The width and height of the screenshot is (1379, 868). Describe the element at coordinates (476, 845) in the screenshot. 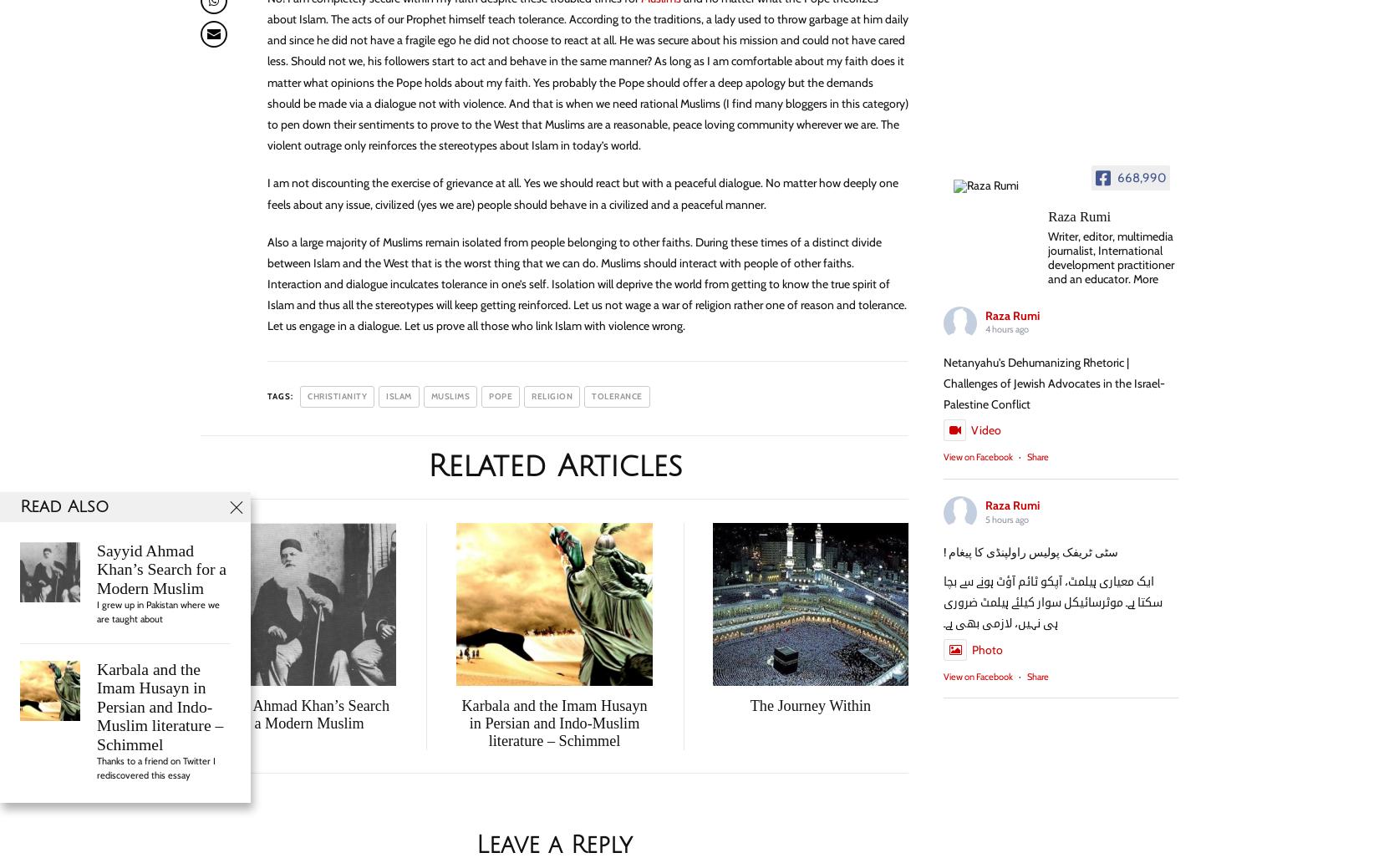

I see `'Leave a Reply'` at that location.